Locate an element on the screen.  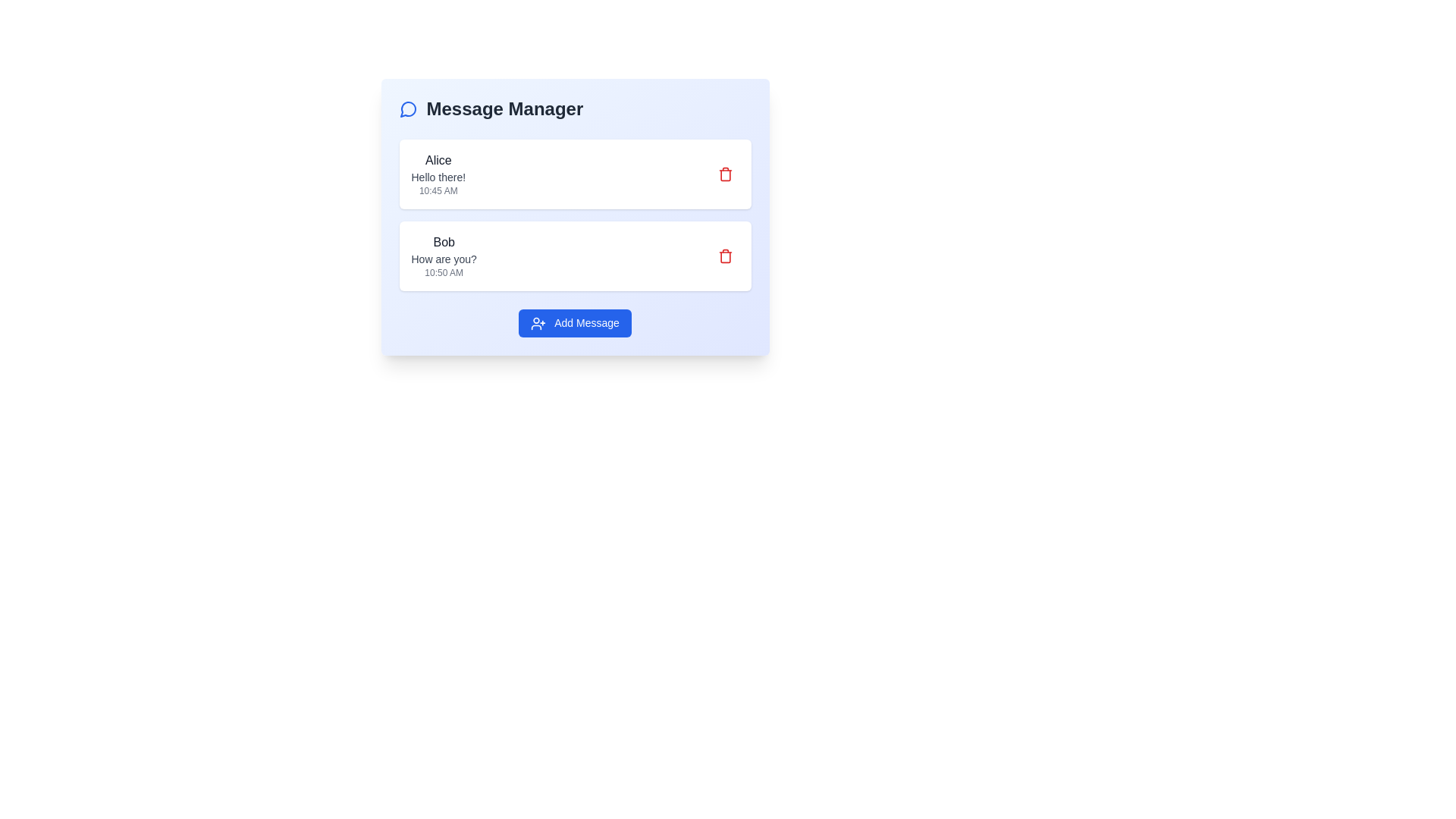
the delete button icon located in the bottom message card containing 'Bob,' aligned to the right edge near the center vertically within this card is located at coordinates (724, 256).